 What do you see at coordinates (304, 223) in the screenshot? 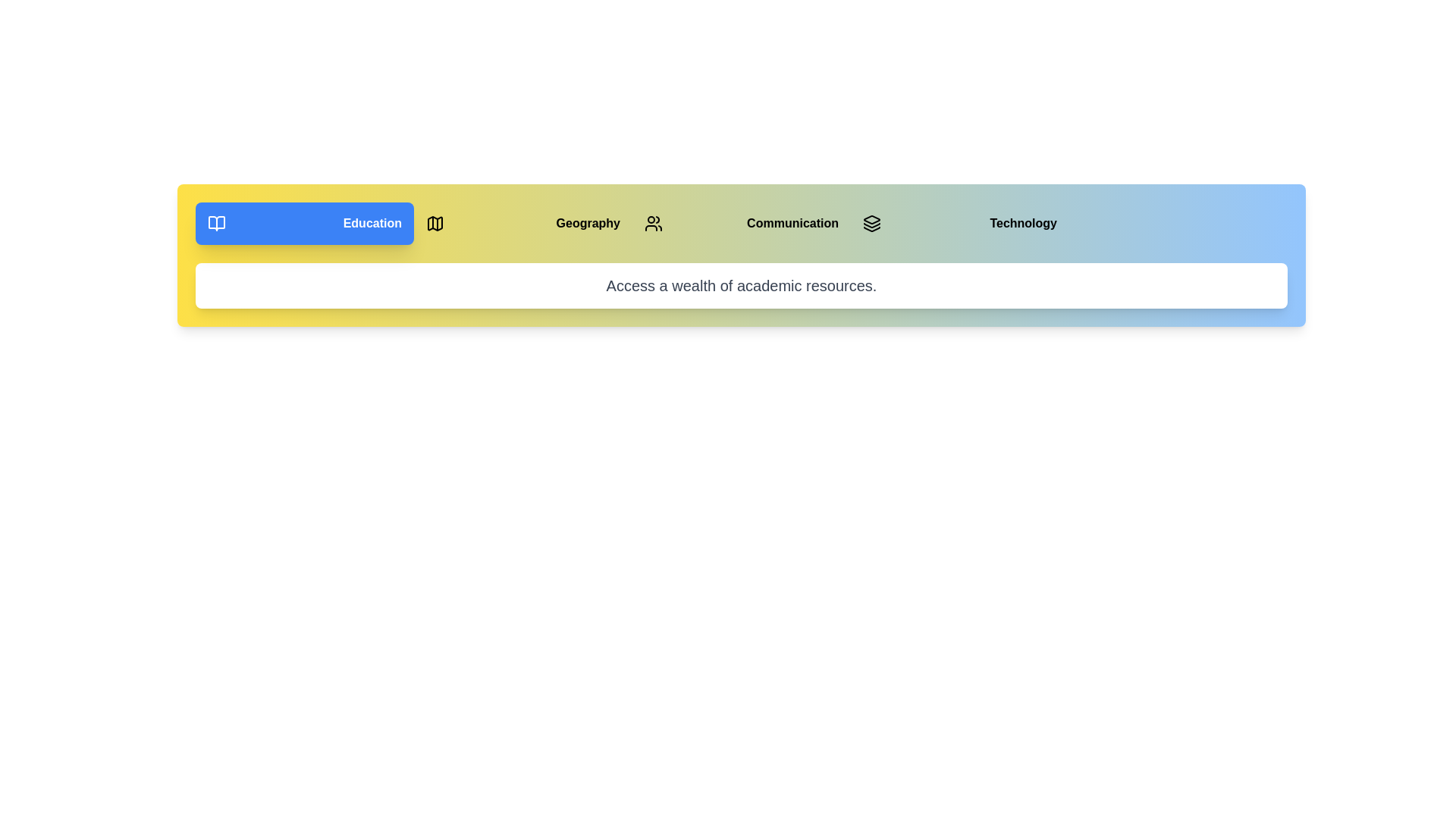
I see `the button corresponding to the Education section to switch to it` at bounding box center [304, 223].